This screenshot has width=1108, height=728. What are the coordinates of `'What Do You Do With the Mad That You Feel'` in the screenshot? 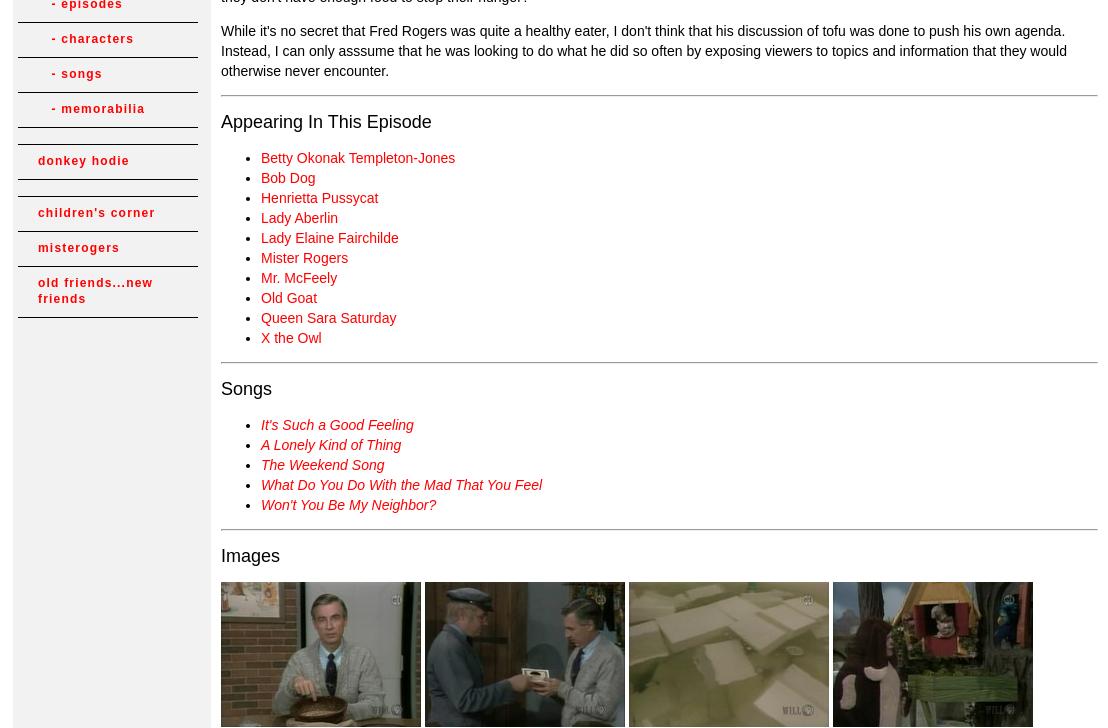 It's located at (401, 483).